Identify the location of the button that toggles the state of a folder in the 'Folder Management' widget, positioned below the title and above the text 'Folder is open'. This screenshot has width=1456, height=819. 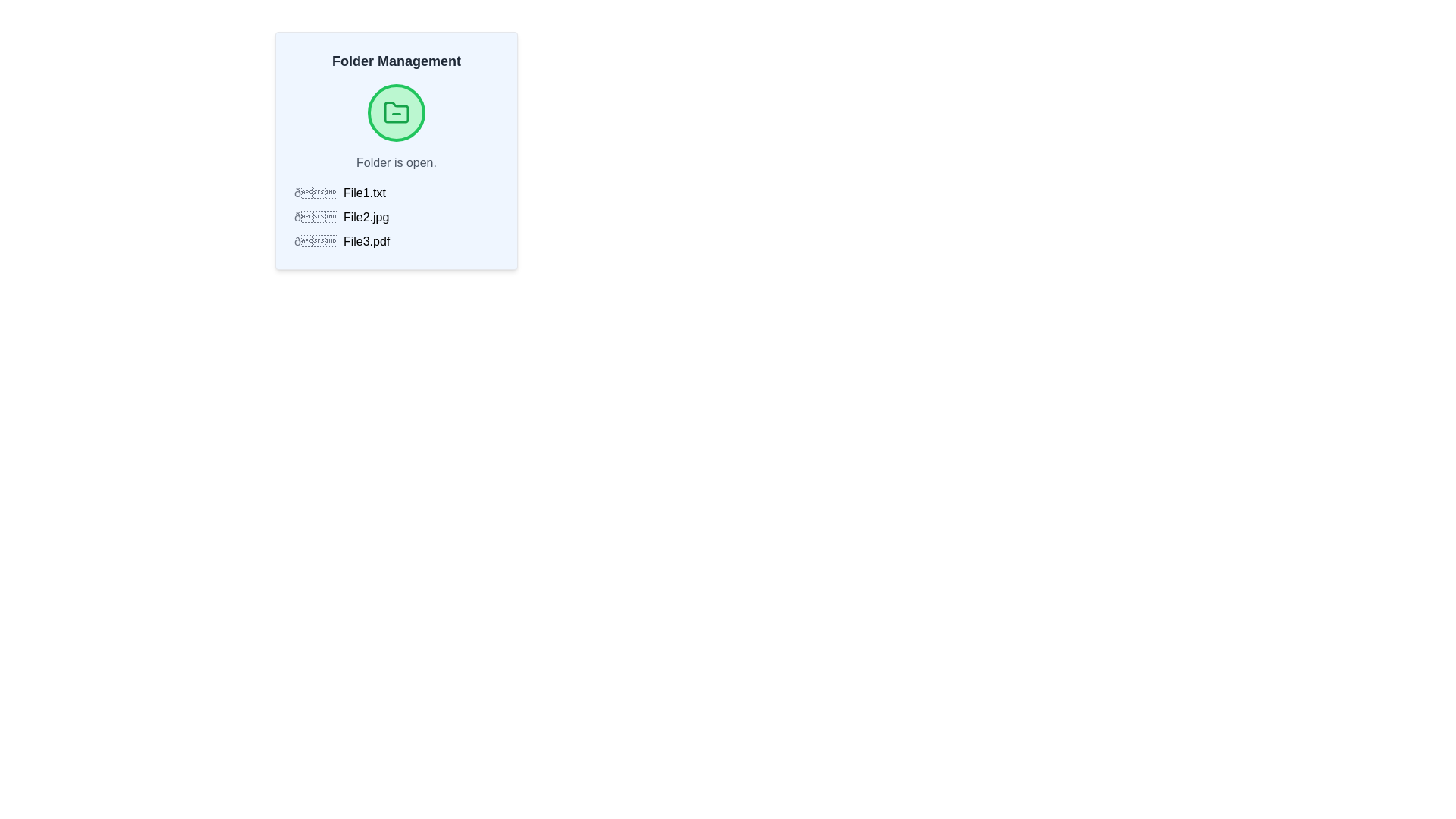
(397, 112).